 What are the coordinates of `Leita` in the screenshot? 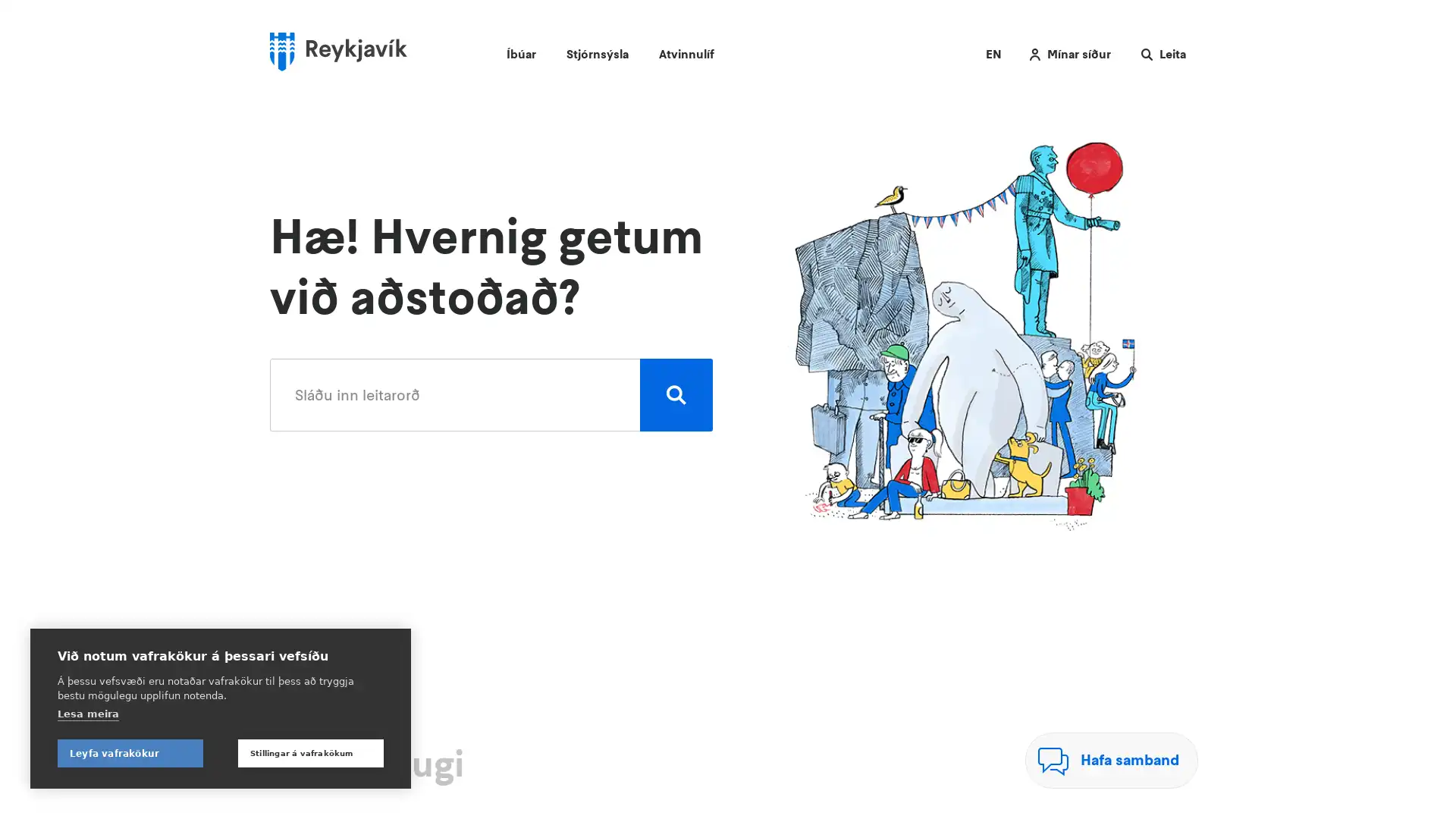 It's located at (676, 394).